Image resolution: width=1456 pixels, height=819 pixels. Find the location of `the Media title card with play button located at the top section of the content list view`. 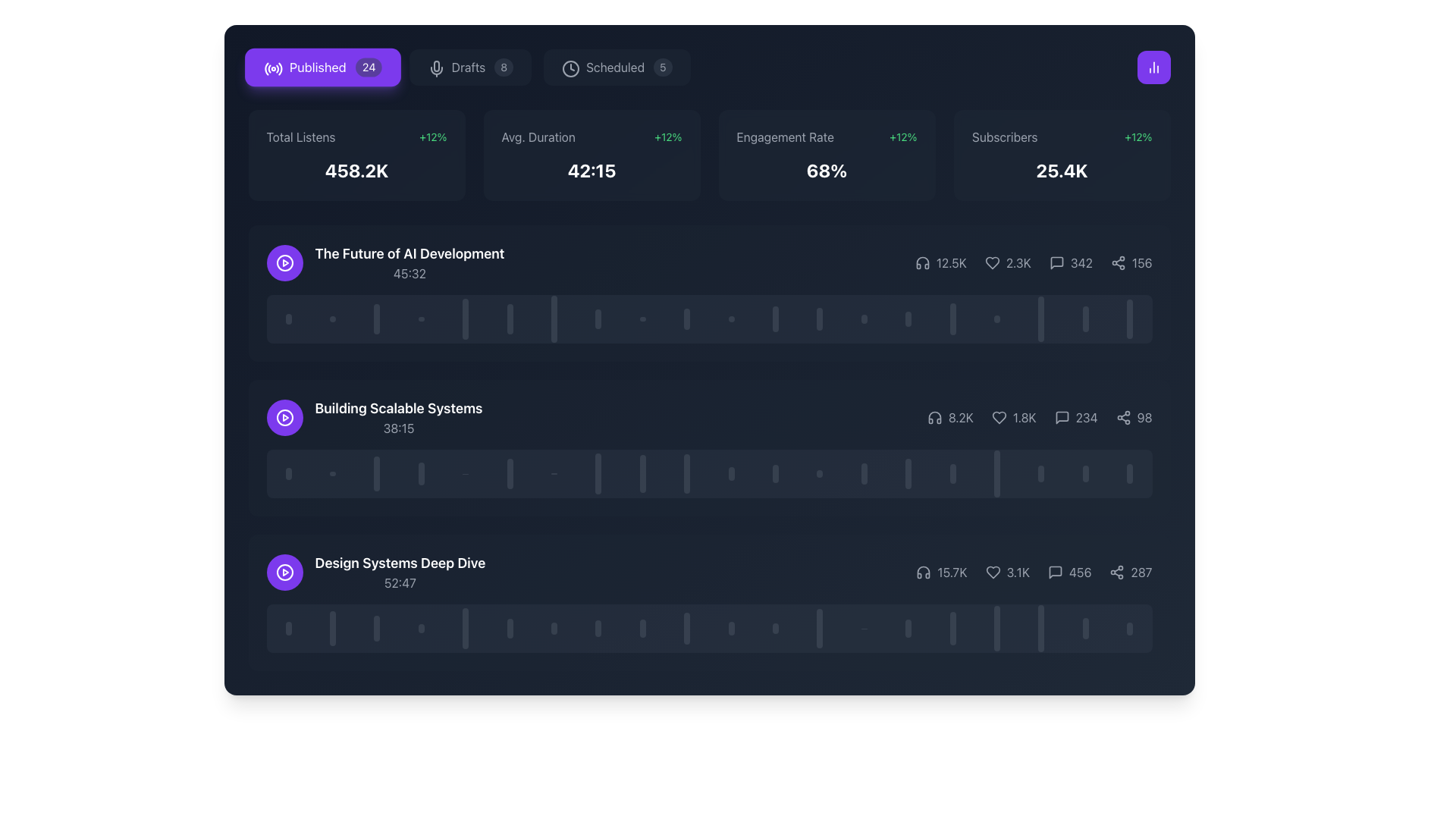

the Media title card with play button located at the top section of the content list view is located at coordinates (385, 262).